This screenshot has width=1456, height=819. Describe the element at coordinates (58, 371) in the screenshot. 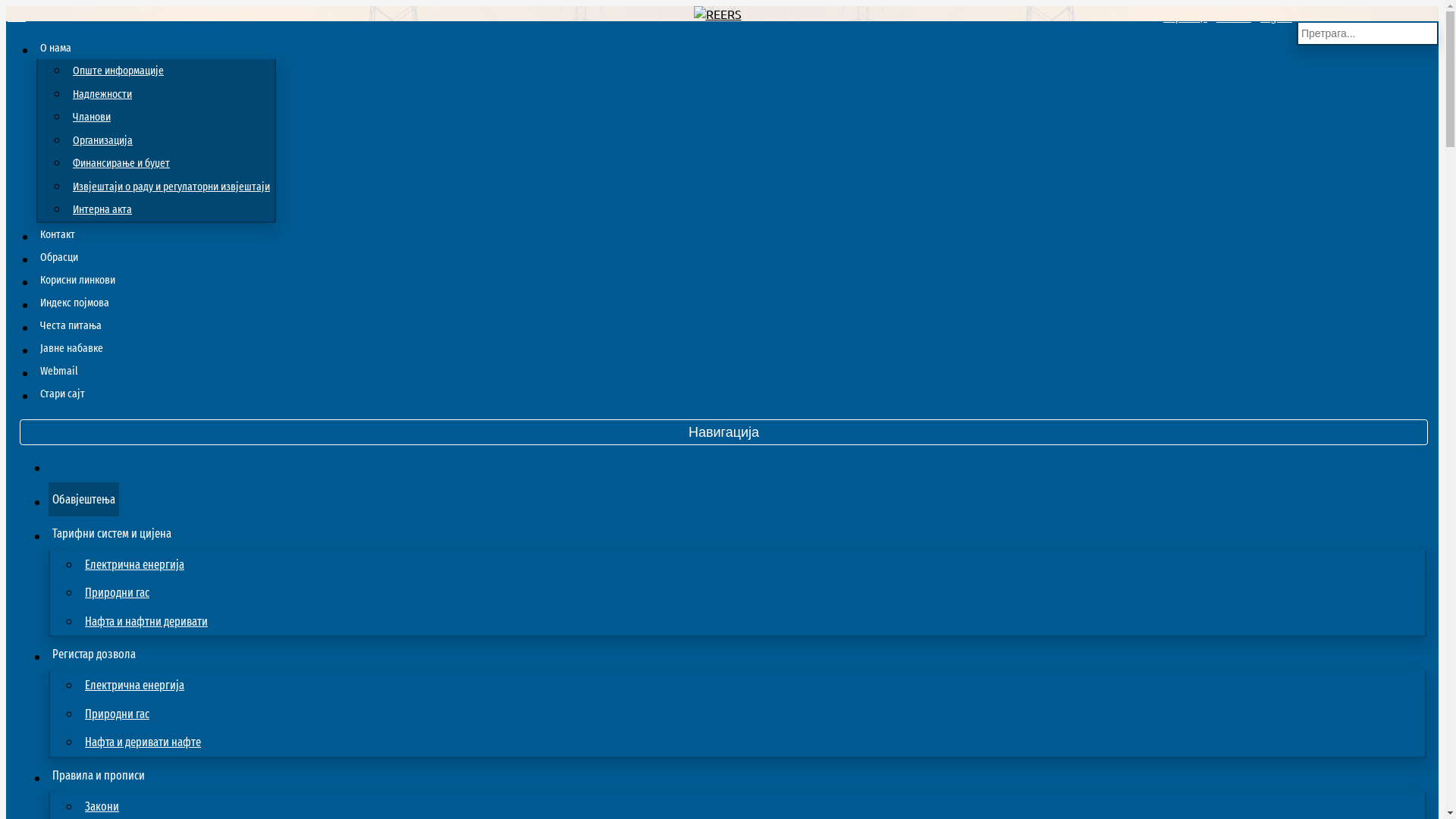

I see `'Webmail'` at that location.